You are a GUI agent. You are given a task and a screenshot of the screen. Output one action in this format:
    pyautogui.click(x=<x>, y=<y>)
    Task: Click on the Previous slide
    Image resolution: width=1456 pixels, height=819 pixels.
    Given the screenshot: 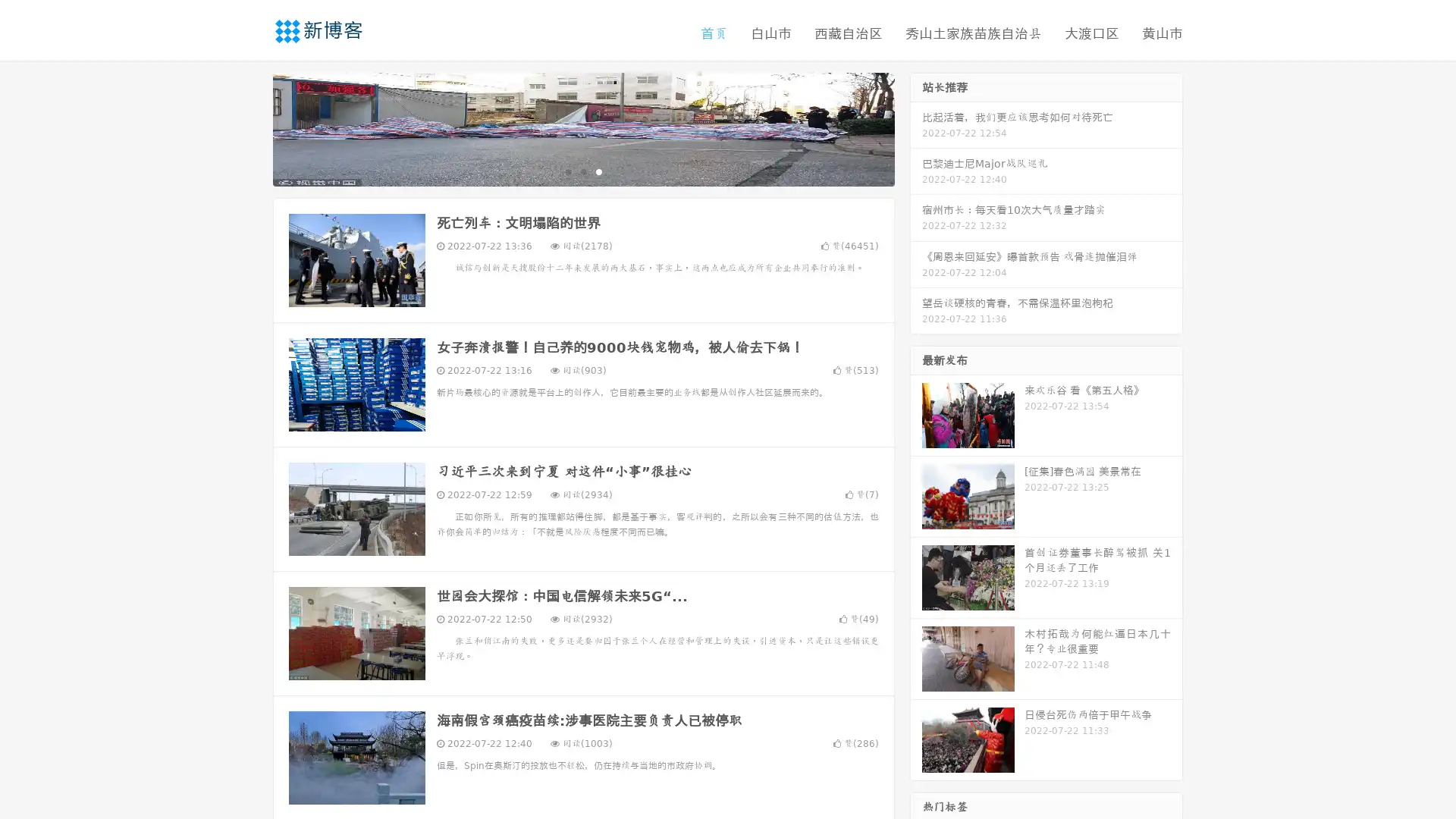 What is the action you would take?
    pyautogui.click(x=250, y=127)
    